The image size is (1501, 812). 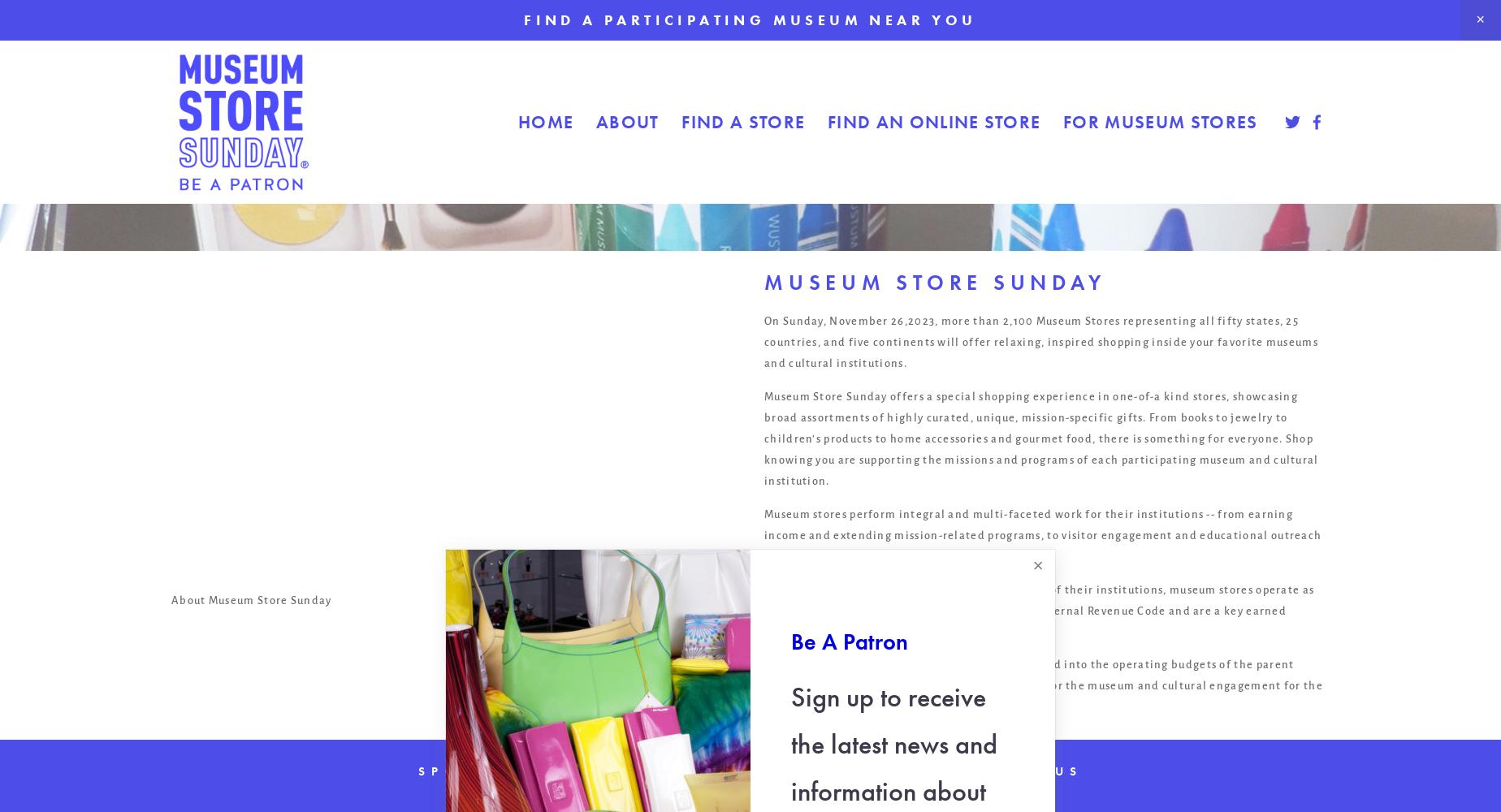 What do you see at coordinates (764, 438) in the screenshot?
I see `'Museum Store Sunday offers a special shopping experience in one-of-a kind stores, showcasing broad assortments of highly curated, unique, mission-specific gifts. From books to jewelry to children’s products to home accessories and gourmet food, there is something for everyone. Shop knowing you are supporting the missions and programs of each participating museum and cultural institution.'` at bounding box center [764, 438].